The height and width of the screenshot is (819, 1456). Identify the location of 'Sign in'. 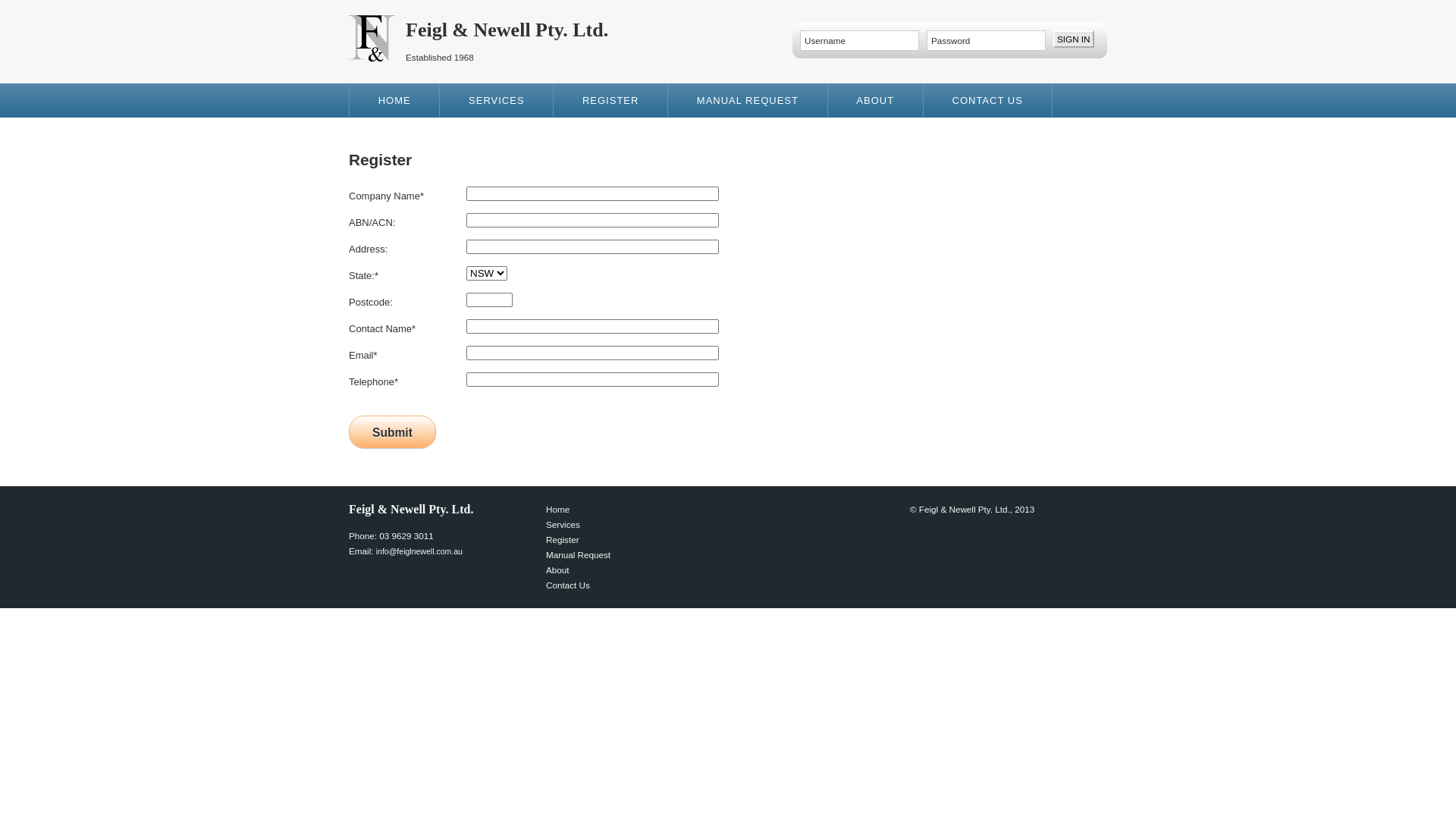
(1052, 38).